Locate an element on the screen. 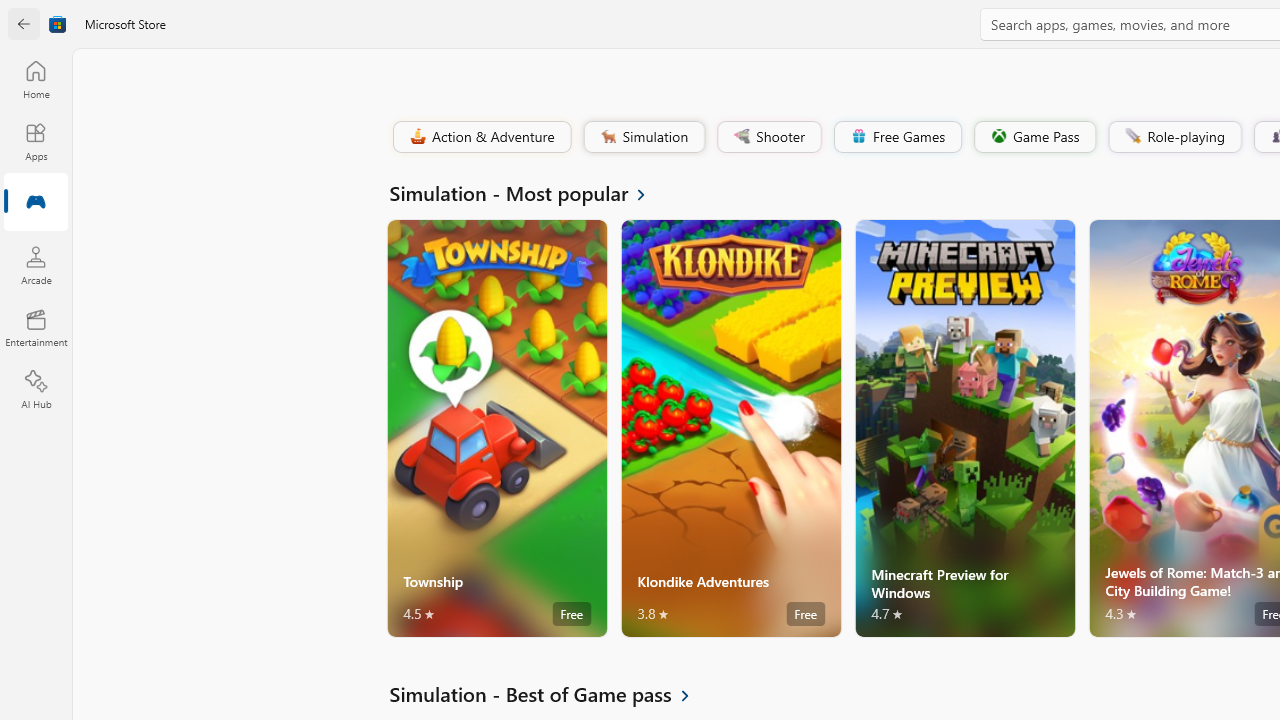  'Action & Adventure' is located at coordinates (480, 135).